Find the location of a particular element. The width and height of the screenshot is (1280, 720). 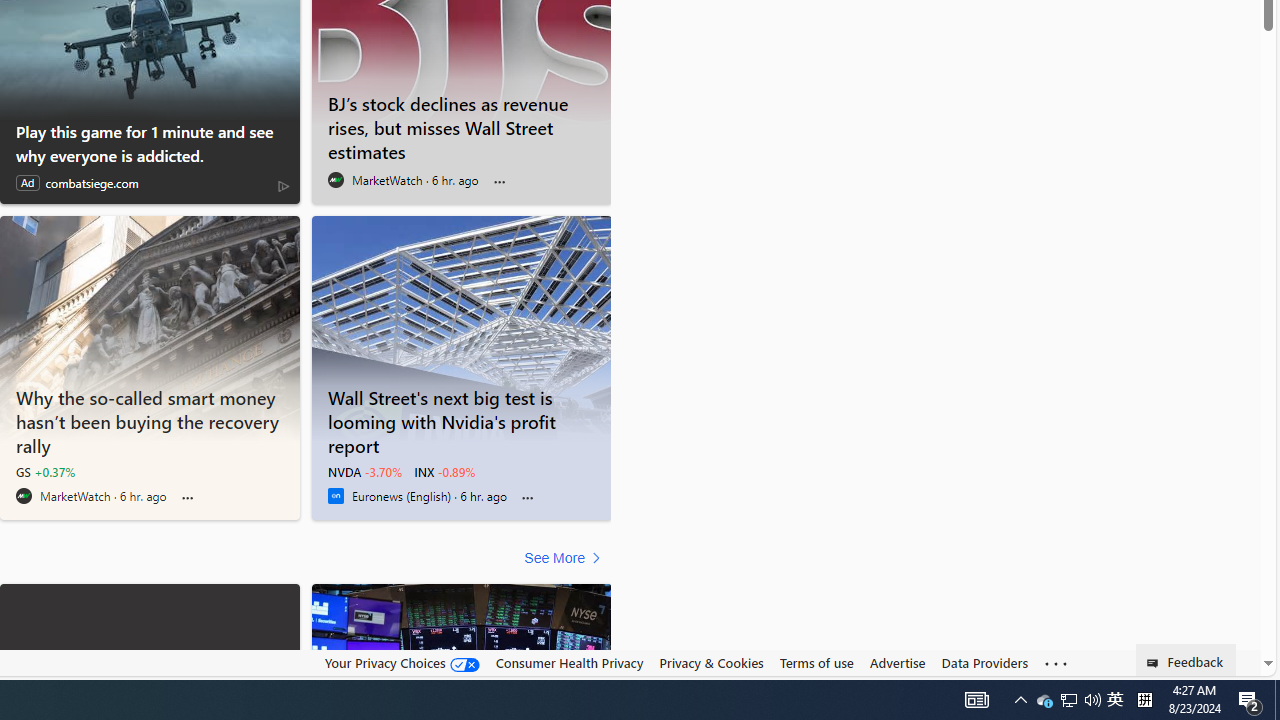

'Euronews (English)' is located at coordinates (335, 495).